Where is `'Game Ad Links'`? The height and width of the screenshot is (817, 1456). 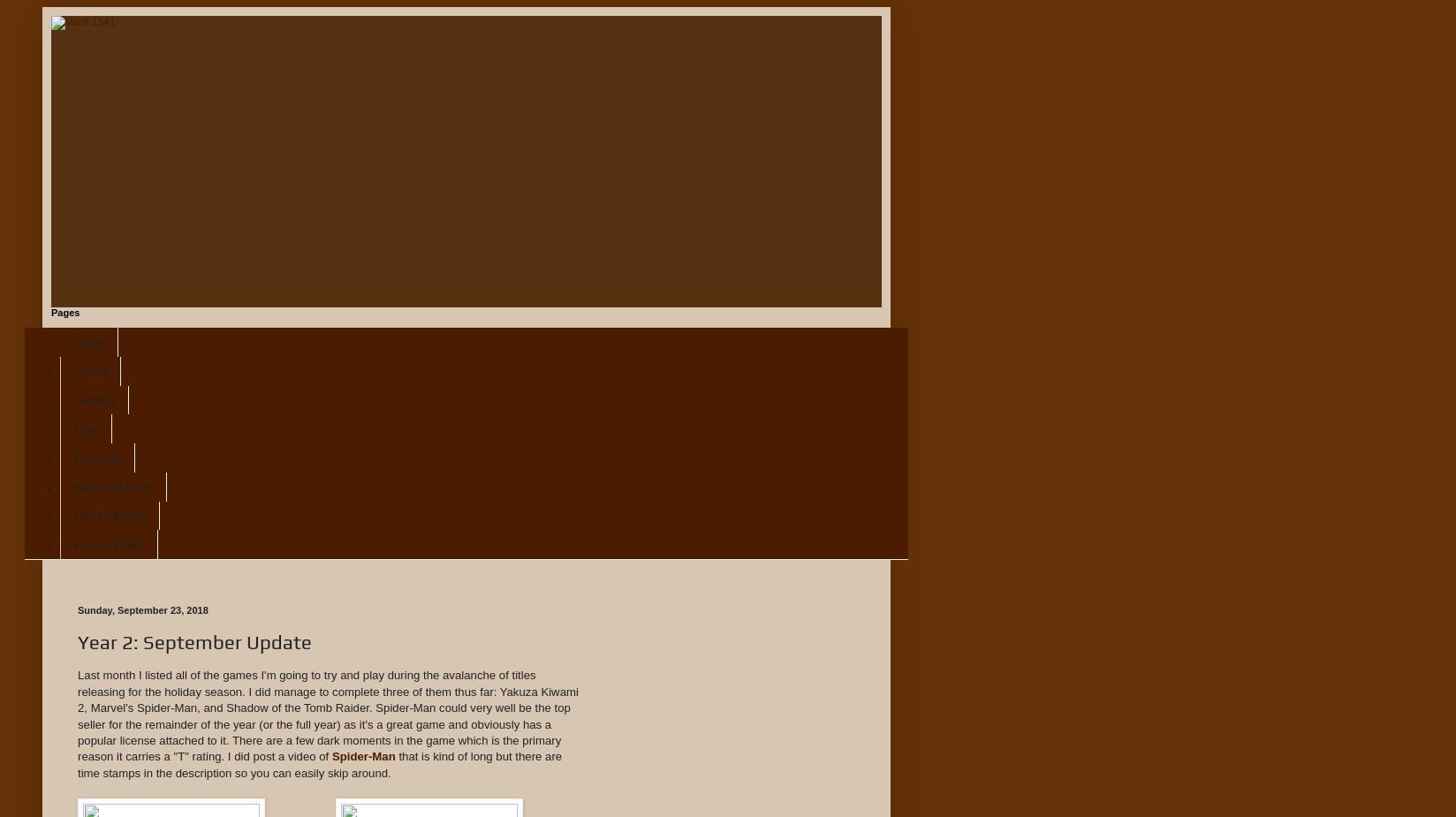
'Game Ad Links' is located at coordinates (113, 487).